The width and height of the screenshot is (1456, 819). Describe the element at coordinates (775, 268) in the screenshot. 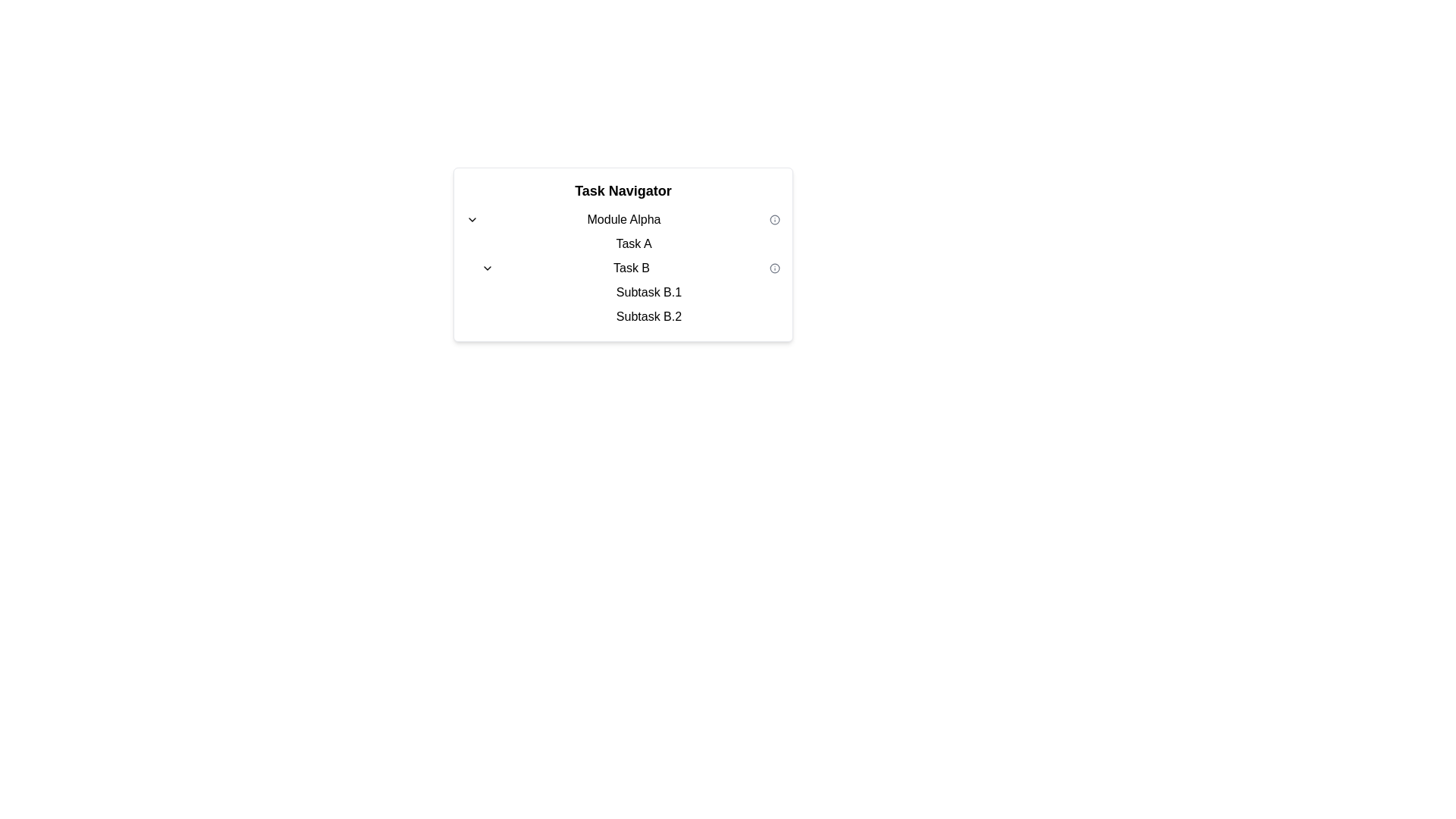

I see `the small, circular gray information icon located to the right of the text 'Task B' in the task navigation section` at that location.